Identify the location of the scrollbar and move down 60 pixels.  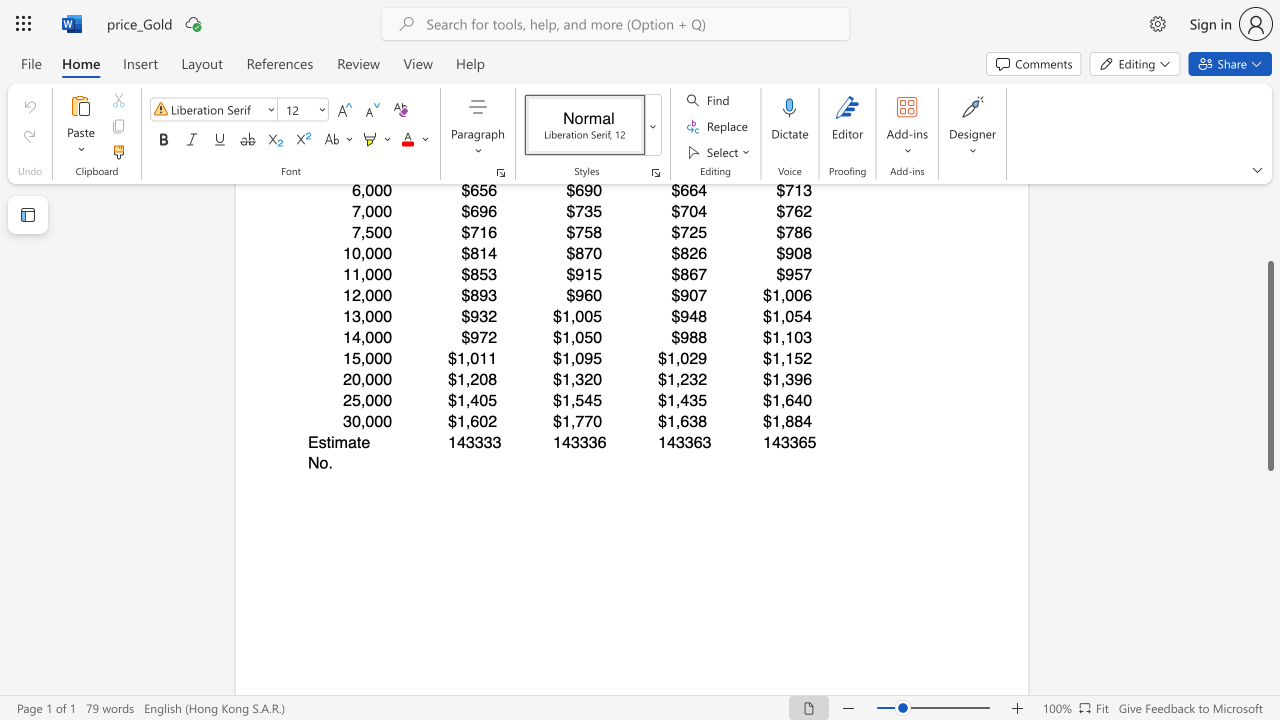
(1269, 366).